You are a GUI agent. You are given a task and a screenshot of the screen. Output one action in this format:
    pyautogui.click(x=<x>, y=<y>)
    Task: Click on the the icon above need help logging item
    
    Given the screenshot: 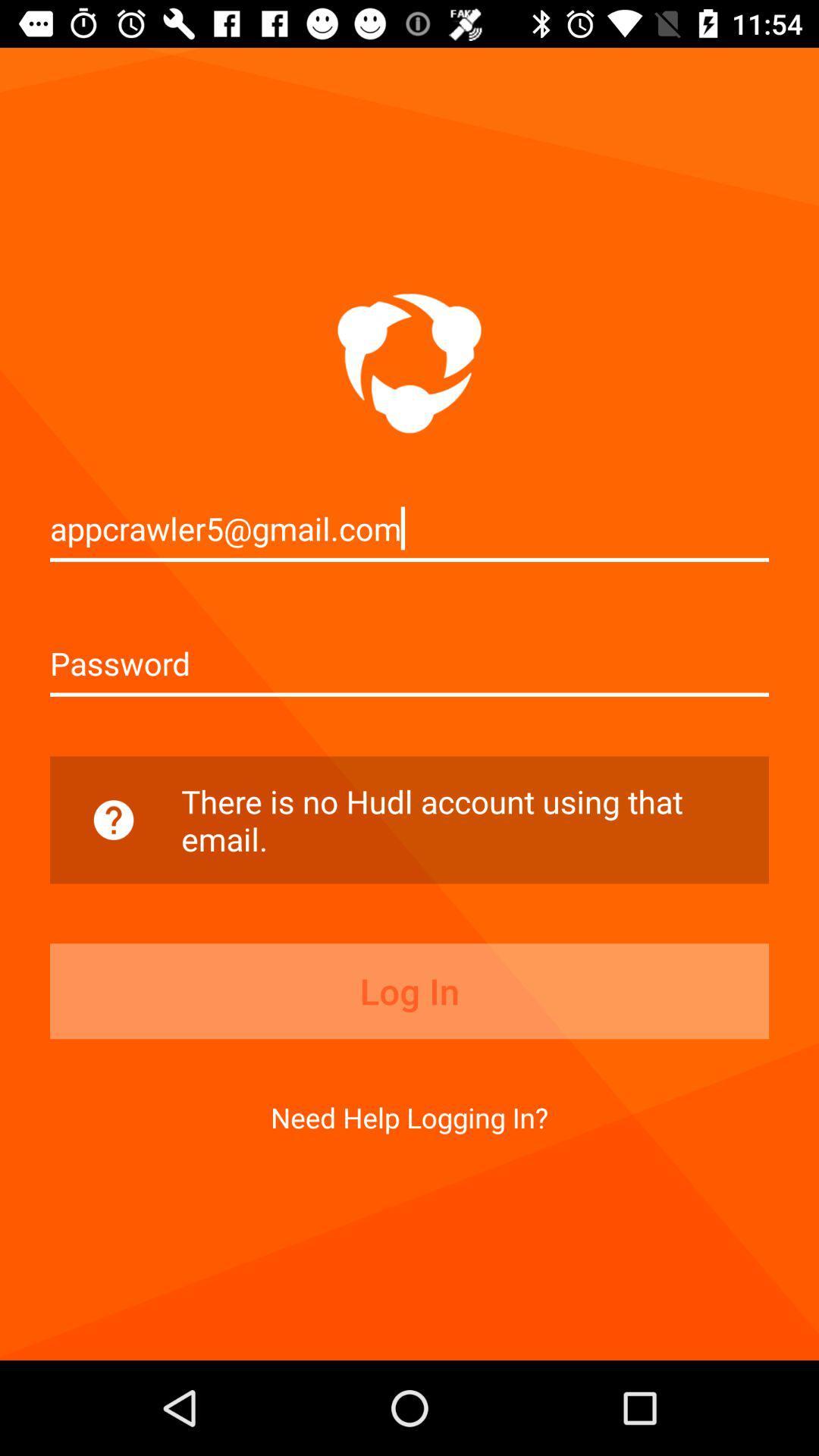 What is the action you would take?
    pyautogui.click(x=409, y=991)
    